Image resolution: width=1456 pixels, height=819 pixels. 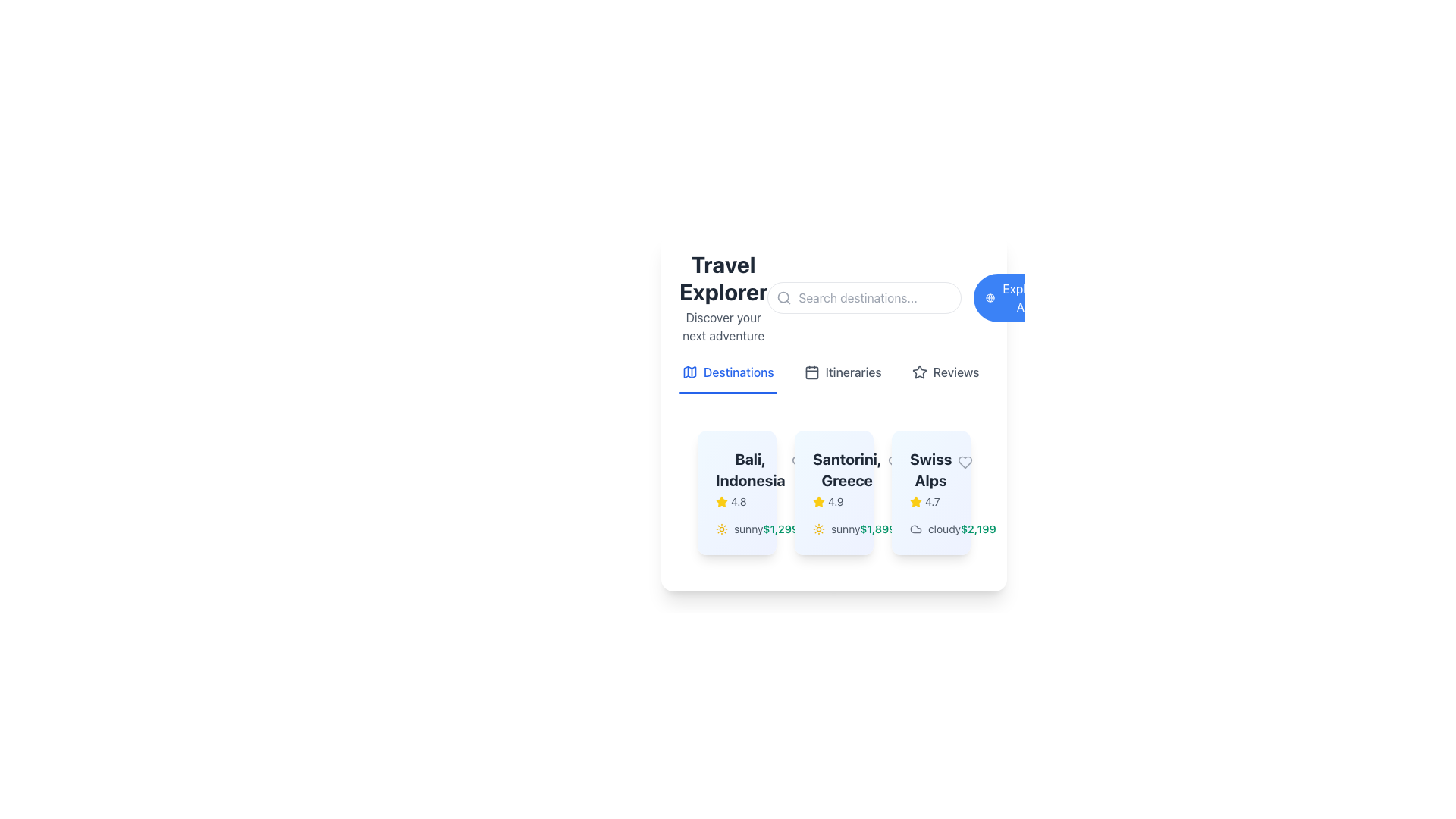 What do you see at coordinates (723, 326) in the screenshot?
I see `text information from the descriptive subtitle located beneath the 'Travel Explorer' header in the top-left section of the interface` at bounding box center [723, 326].